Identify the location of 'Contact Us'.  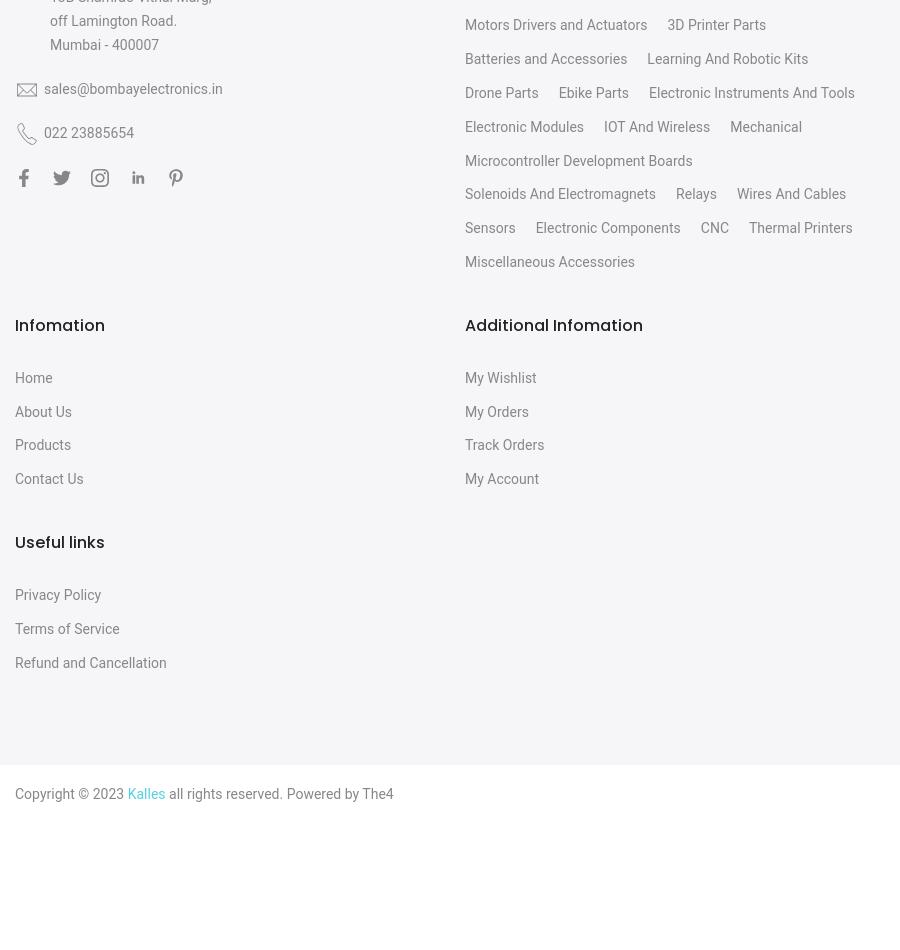
(47, 478).